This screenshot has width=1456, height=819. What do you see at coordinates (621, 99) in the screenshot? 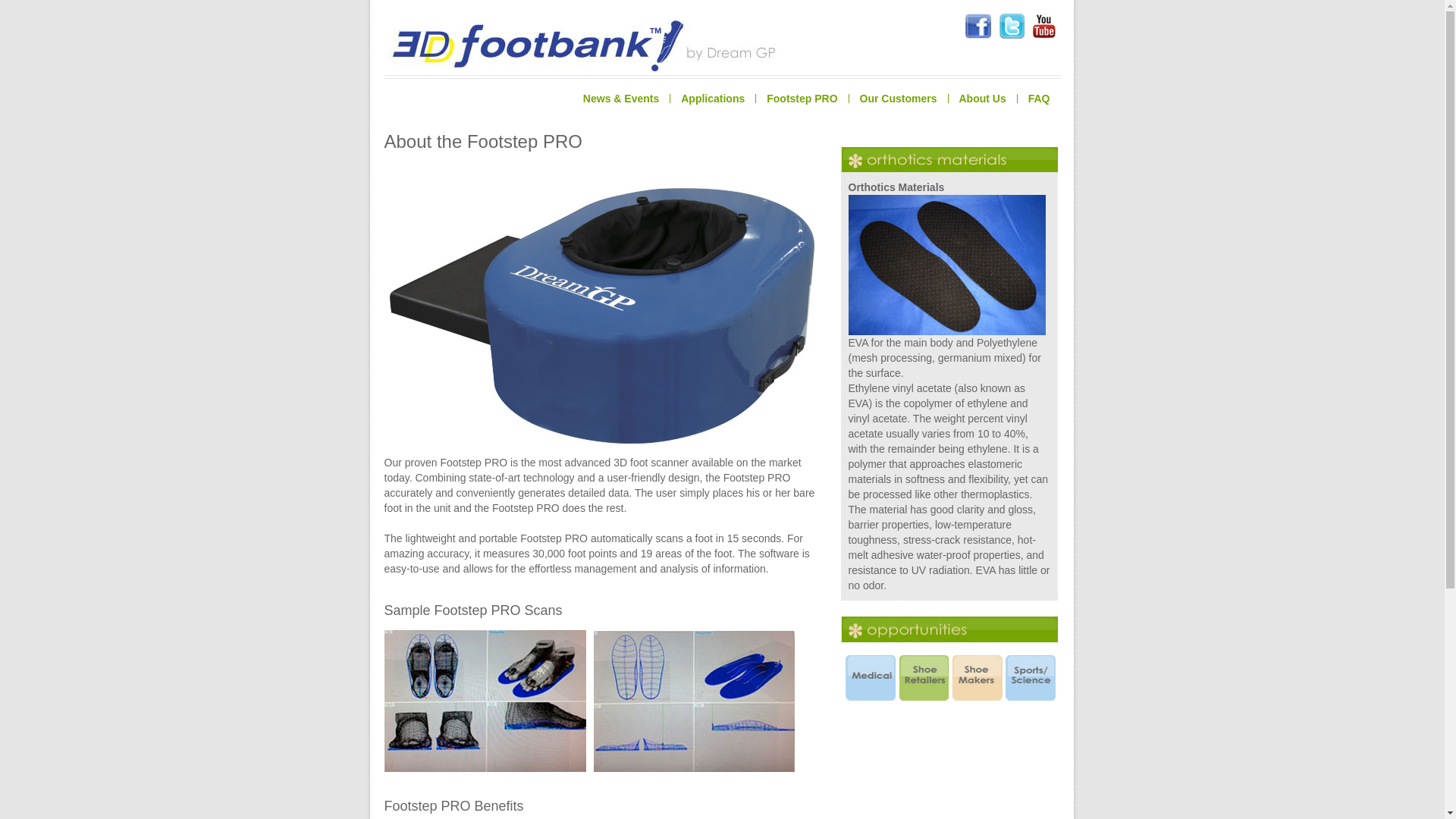
I see `'News & Events'` at bounding box center [621, 99].